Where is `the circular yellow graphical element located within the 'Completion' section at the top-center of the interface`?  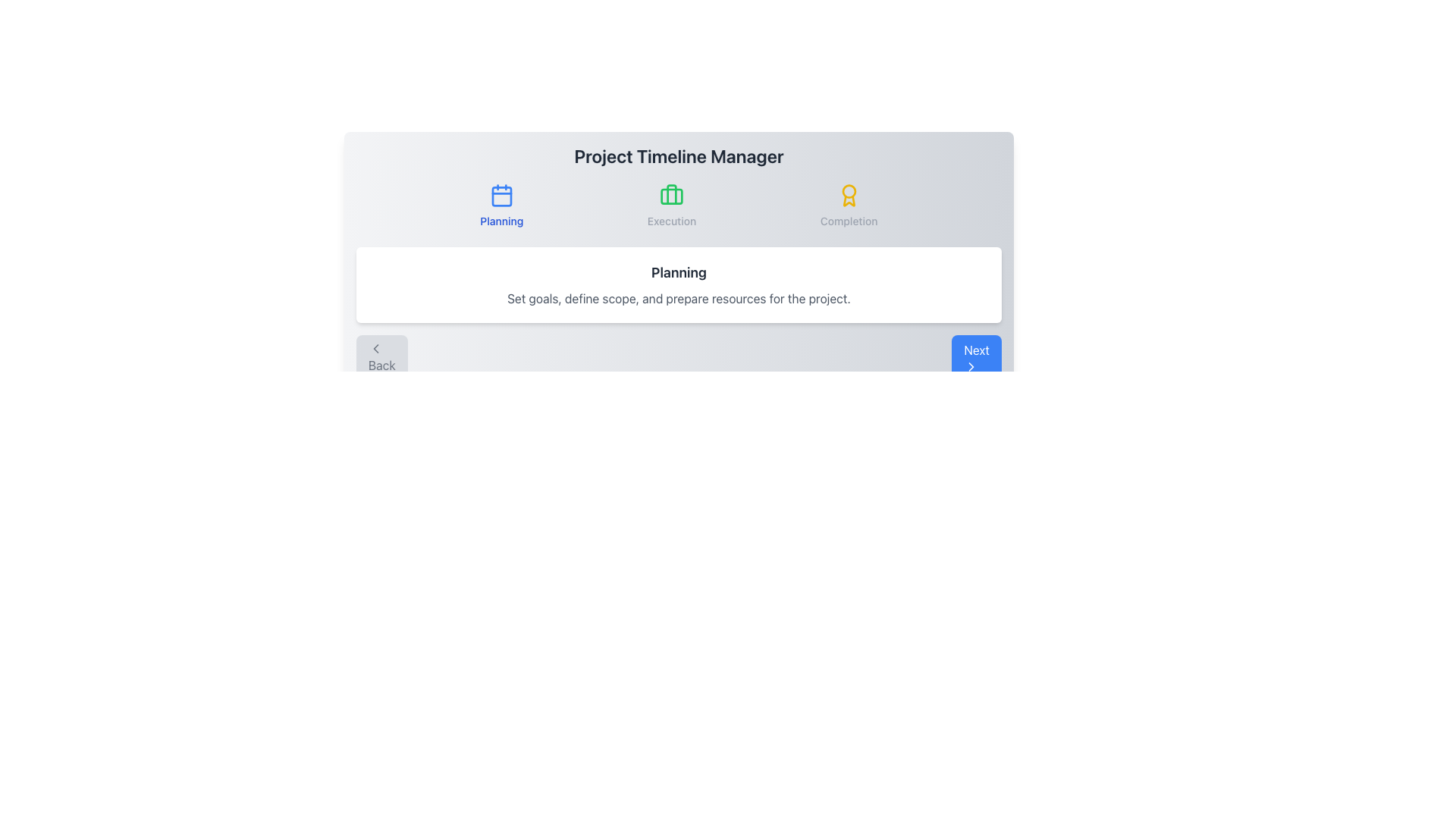 the circular yellow graphical element located within the 'Completion' section at the top-center of the interface is located at coordinates (848, 190).